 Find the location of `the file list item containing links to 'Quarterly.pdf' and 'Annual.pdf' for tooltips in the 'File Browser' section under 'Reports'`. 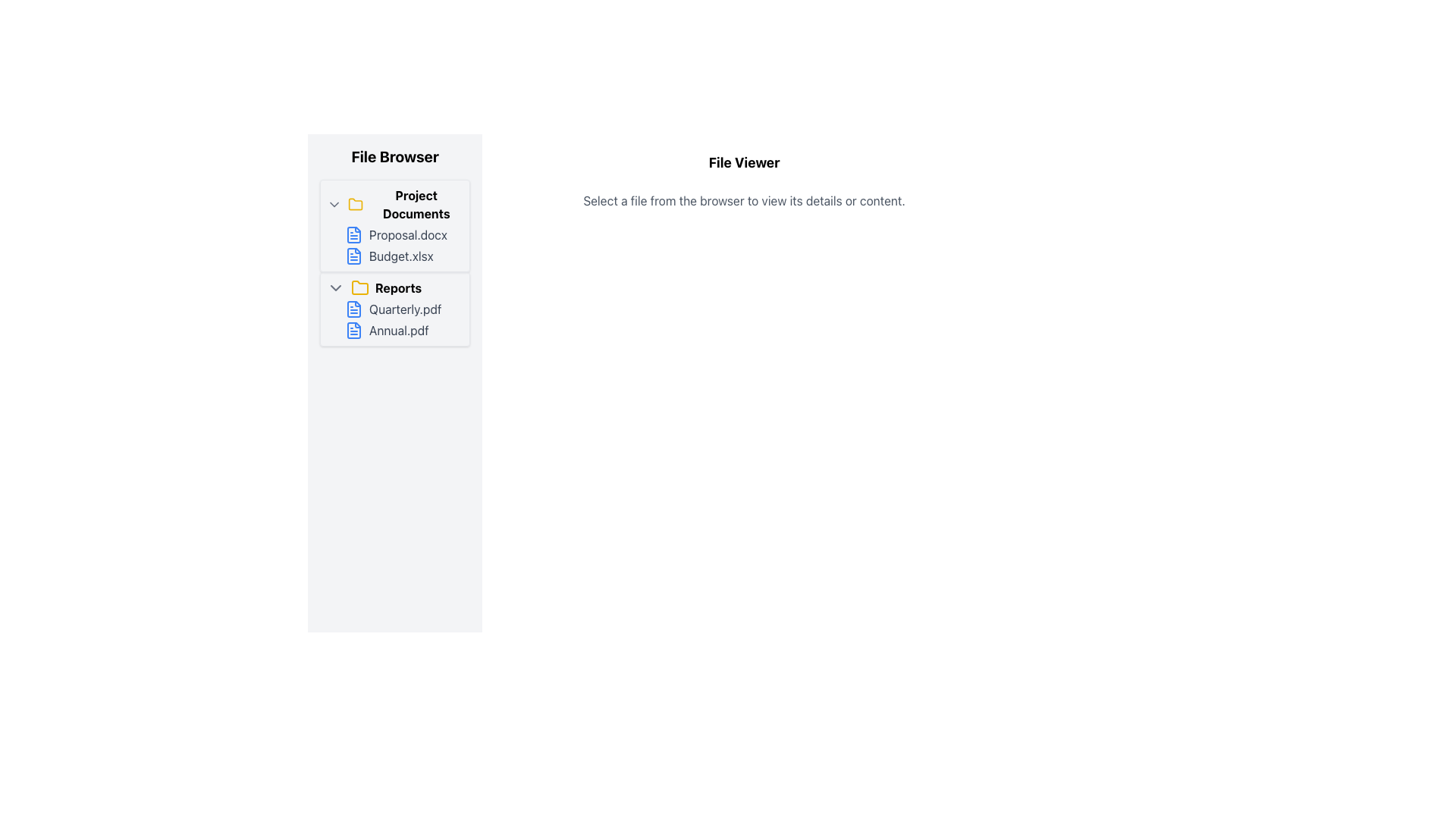

the file list item containing links to 'Quarterly.pdf' and 'Annual.pdf' for tooltips in the 'File Browser' section under 'Reports' is located at coordinates (404, 318).